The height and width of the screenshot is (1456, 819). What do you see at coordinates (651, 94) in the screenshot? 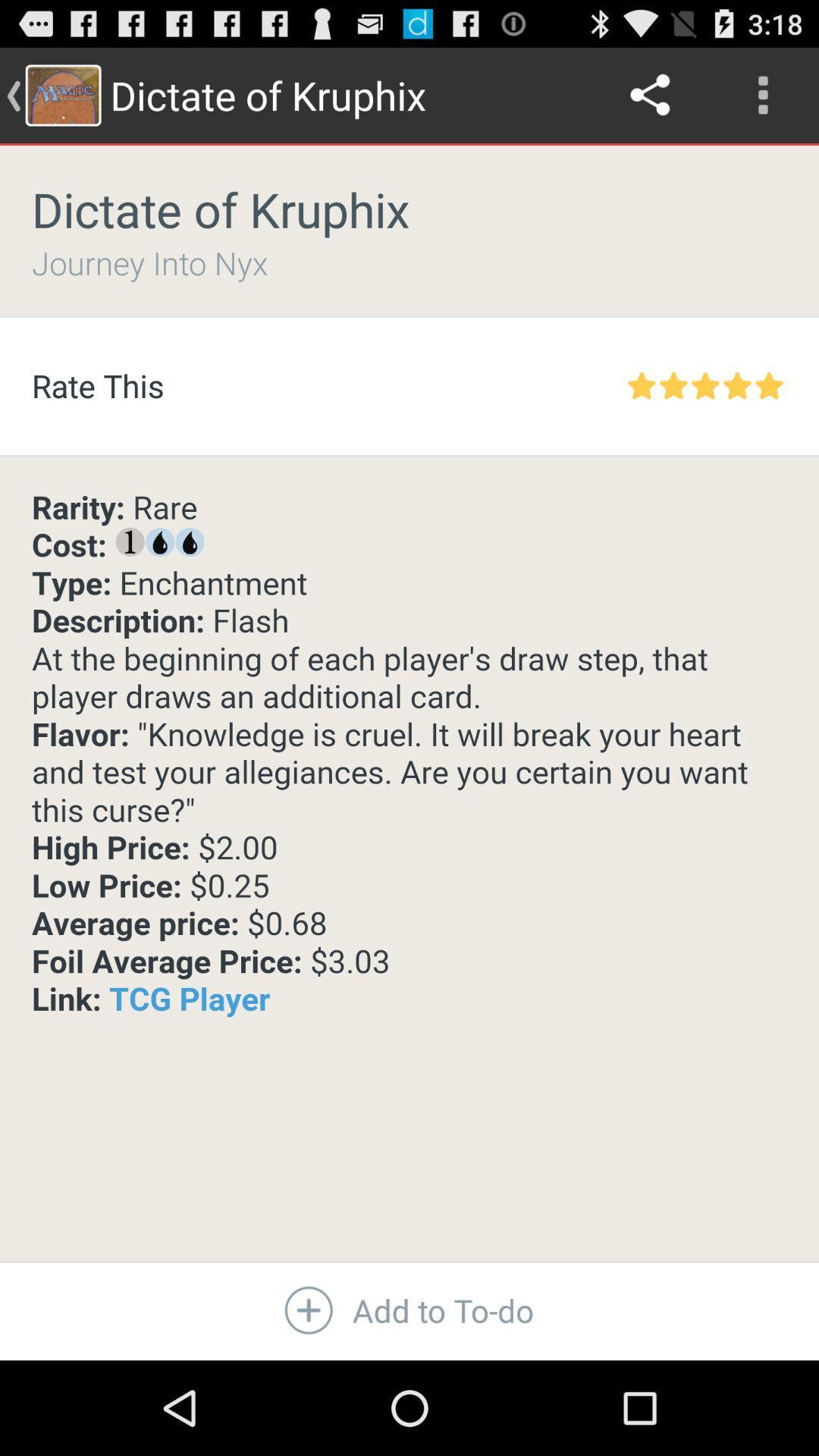
I see `icon to the right of the dictate of kruphix item` at bounding box center [651, 94].